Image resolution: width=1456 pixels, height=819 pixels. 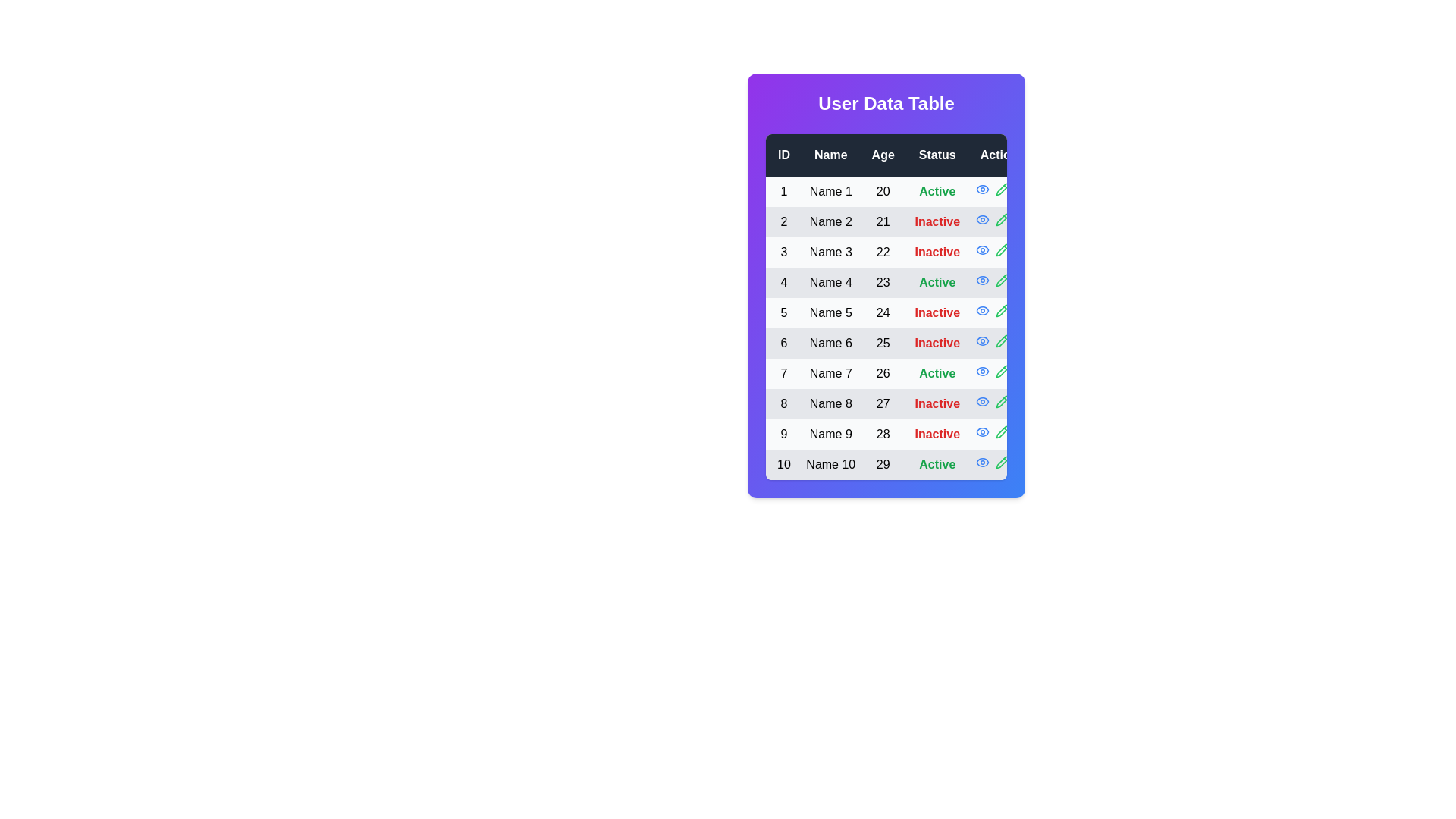 What do you see at coordinates (882, 155) in the screenshot?
I see `the header Age to sort the table by that column` at bounding box center [882, 155].